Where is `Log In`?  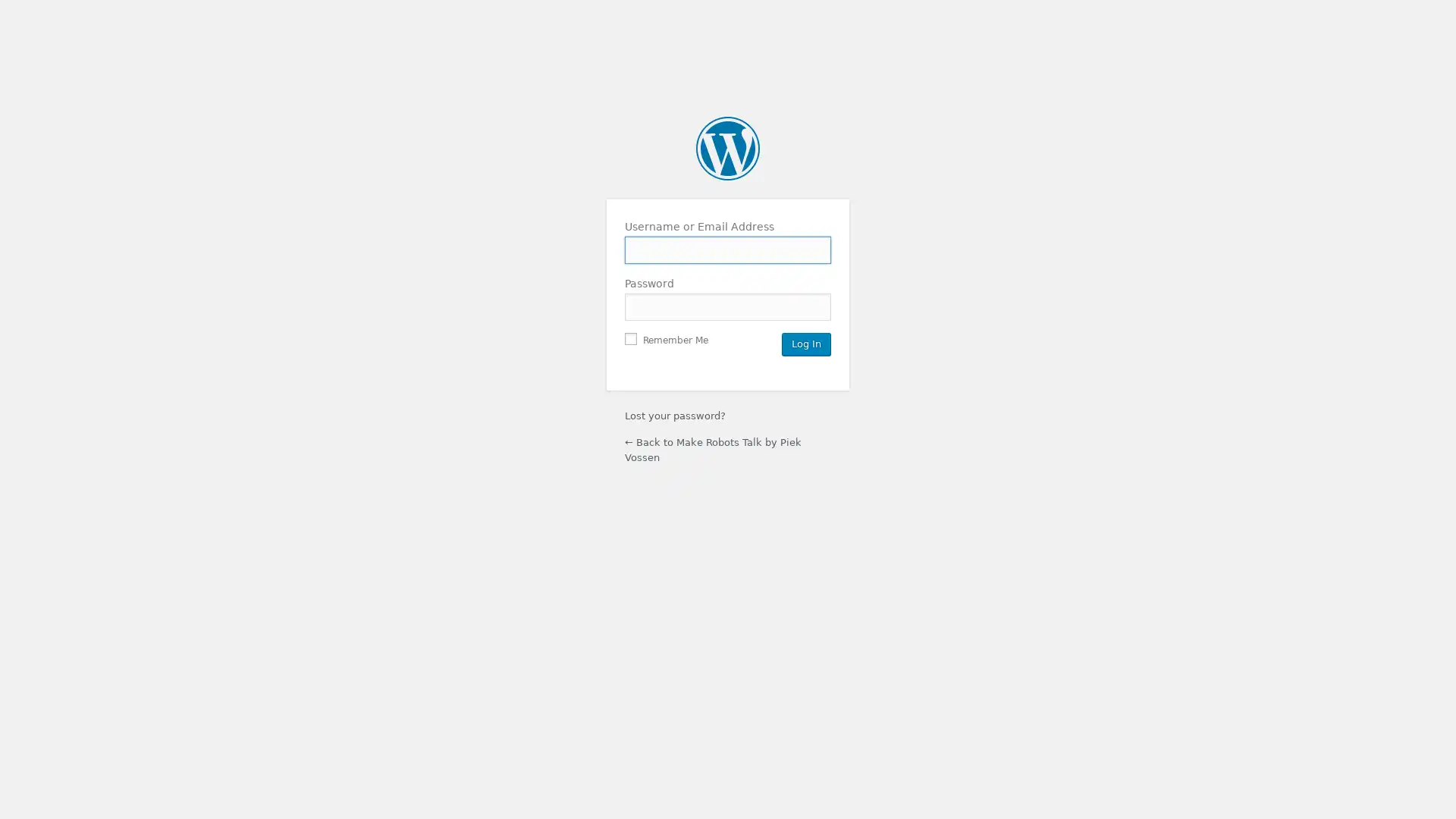
Log In is located at coordinates (805, 343).